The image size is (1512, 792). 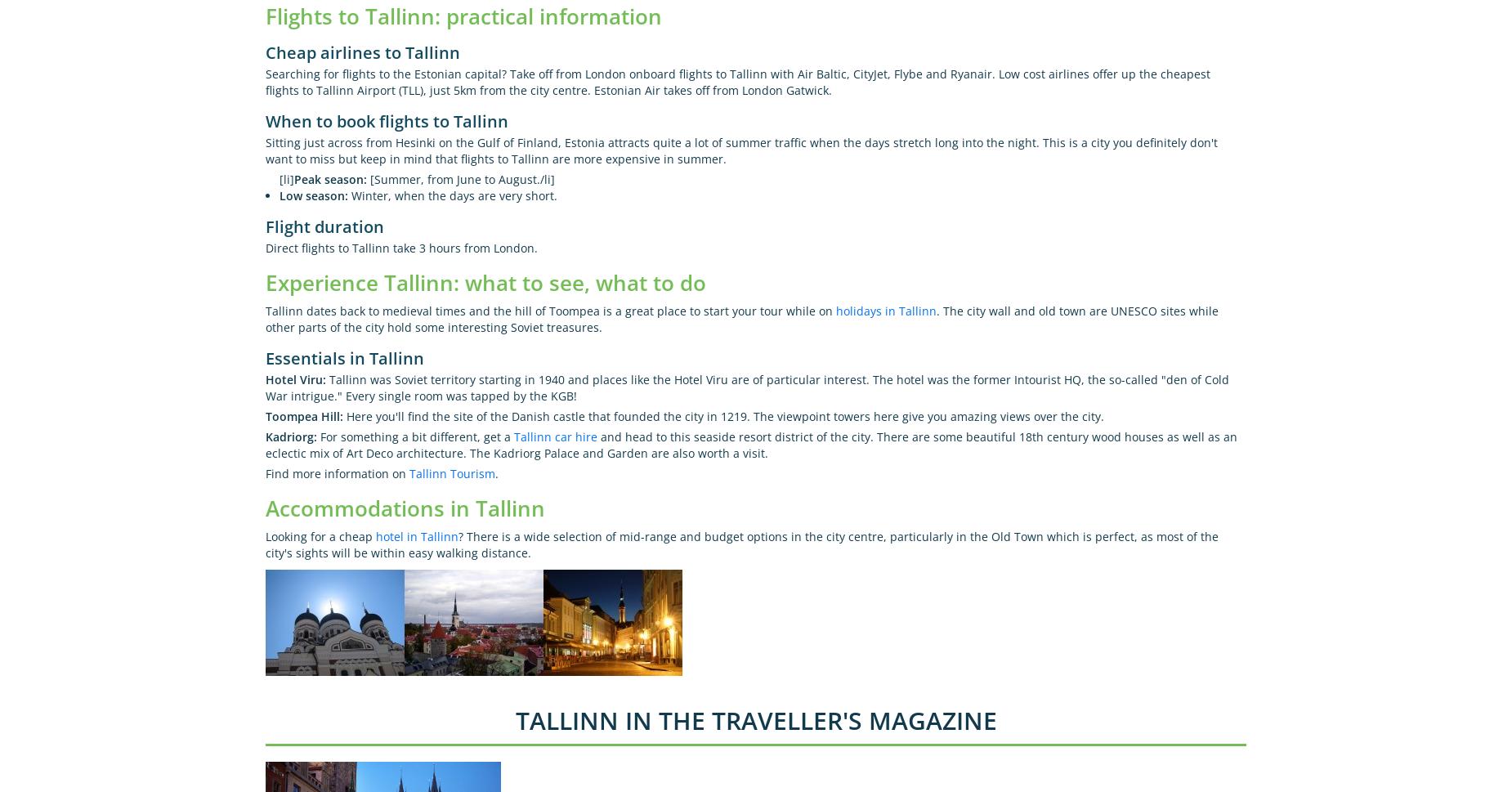 What do you see at coordinates (387, 119) in the screenshot?
I see `'When to book flights to Tallinn'` at bounding box center [387, 119].